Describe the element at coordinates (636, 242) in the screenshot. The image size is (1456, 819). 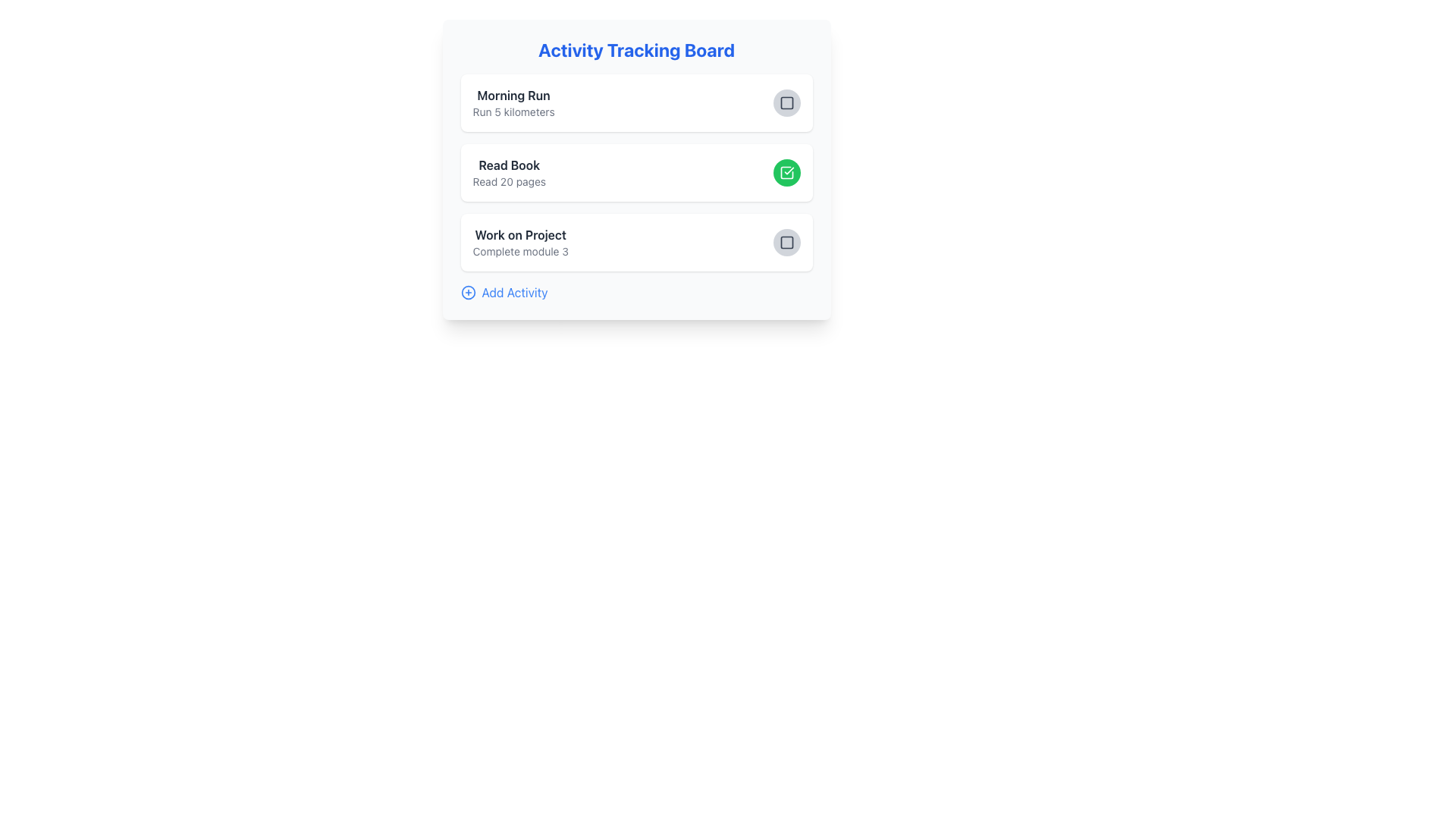
I see `the 'Work on Project' Task Card element in the Activity Tracking Board` at that location.